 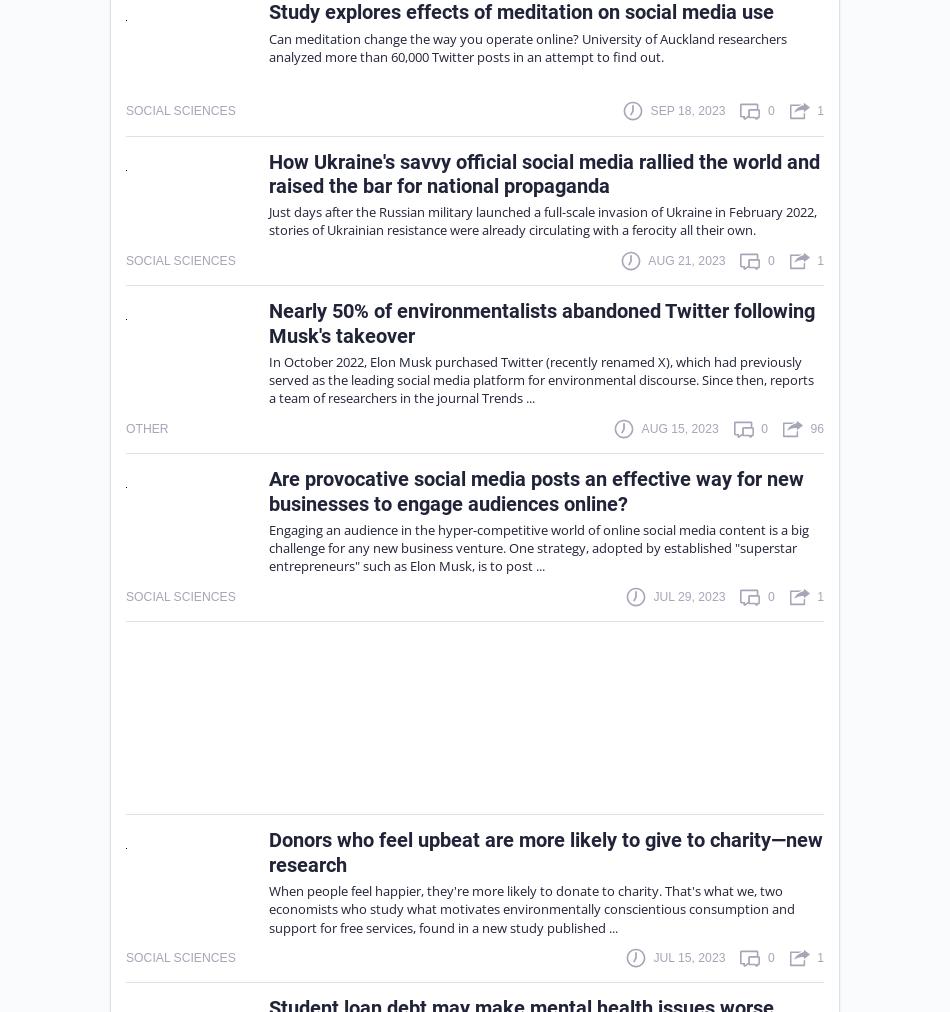 What do you see at coordinates (544, 173) in the screenshot?
I see `'How Ukraine's savvy official social media rallied the world and raised the bar for national propaganda'` at bounding box center [544, 173].